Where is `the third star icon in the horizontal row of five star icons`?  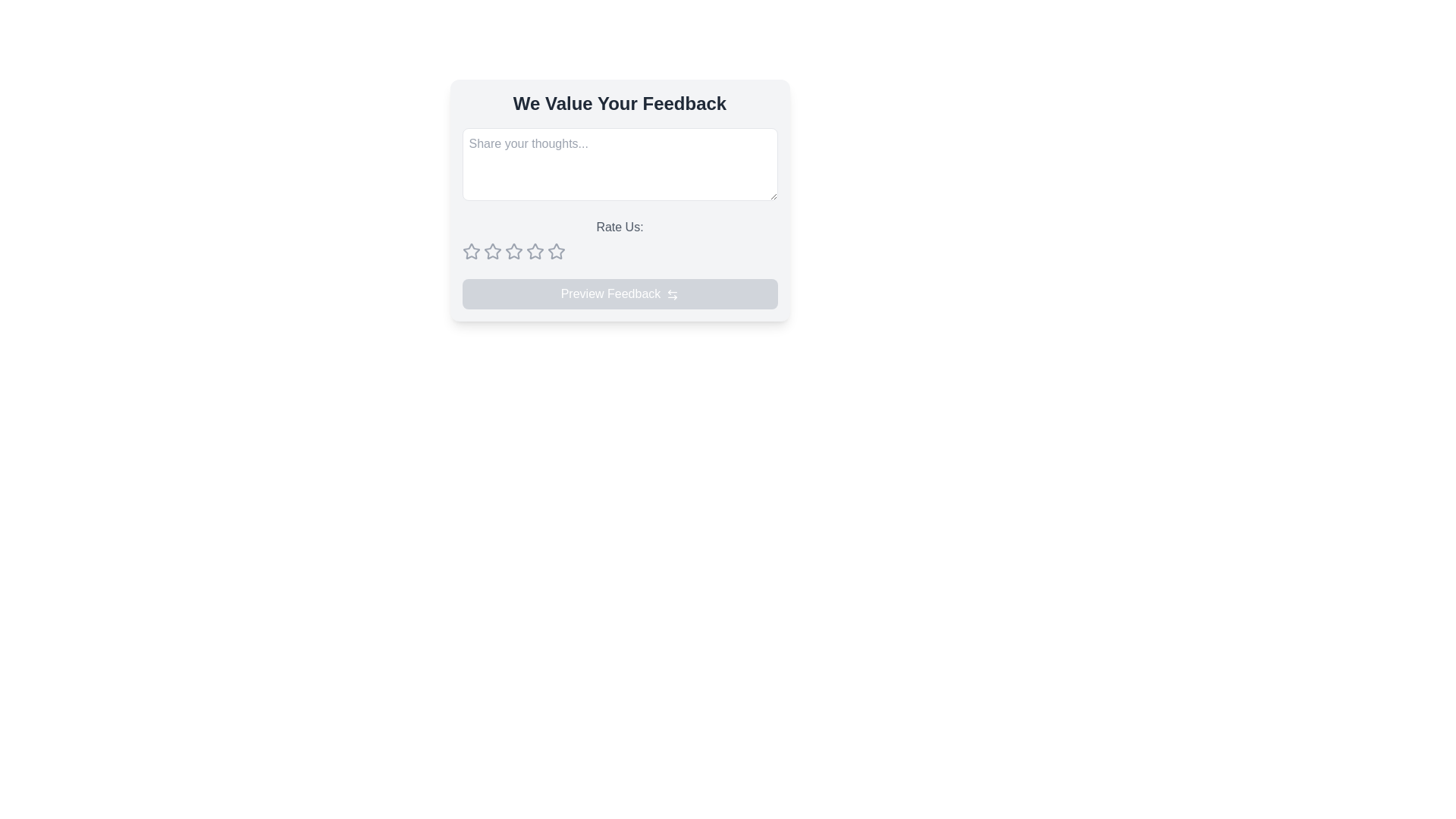 the third star icon in the horizontal row of five star icons is located at coordinates (513, 250).